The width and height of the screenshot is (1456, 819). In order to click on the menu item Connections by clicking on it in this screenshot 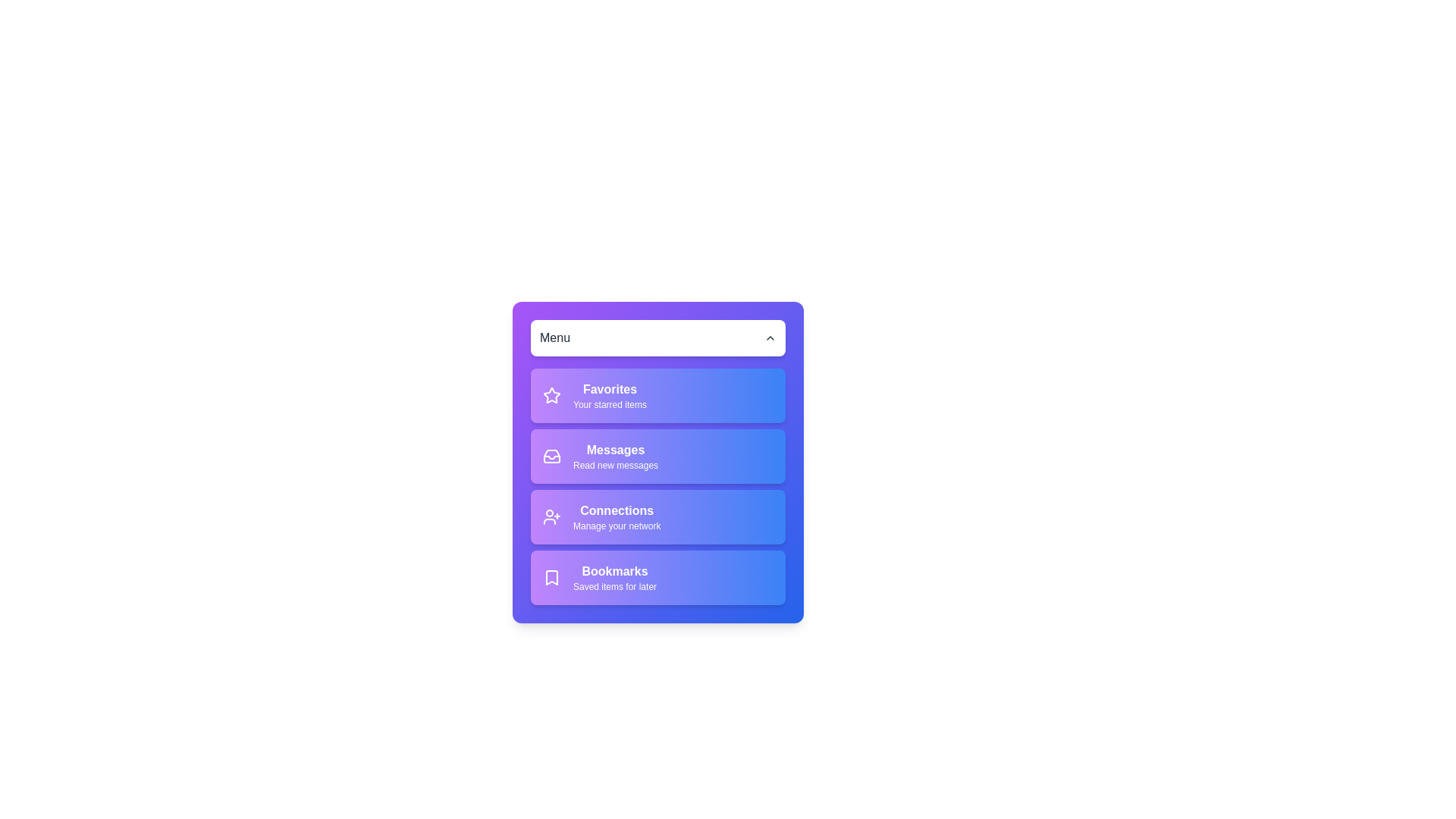, I will do `click(658, 516)`.